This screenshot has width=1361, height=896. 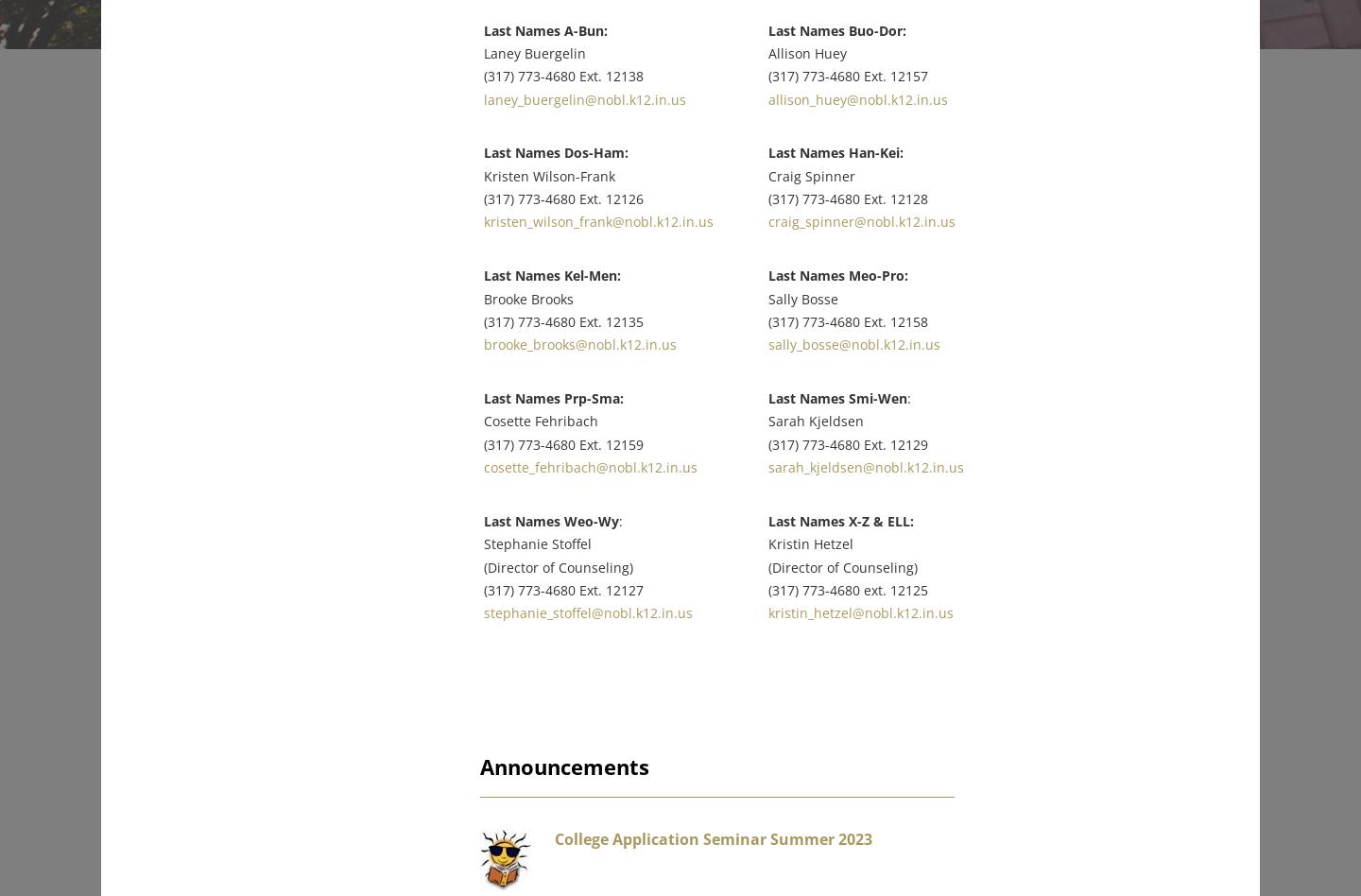 What do you see at coordinates (788, 162) in the screenshot?
I see `'Craig Spinner'` at bounding box center [788, 162].